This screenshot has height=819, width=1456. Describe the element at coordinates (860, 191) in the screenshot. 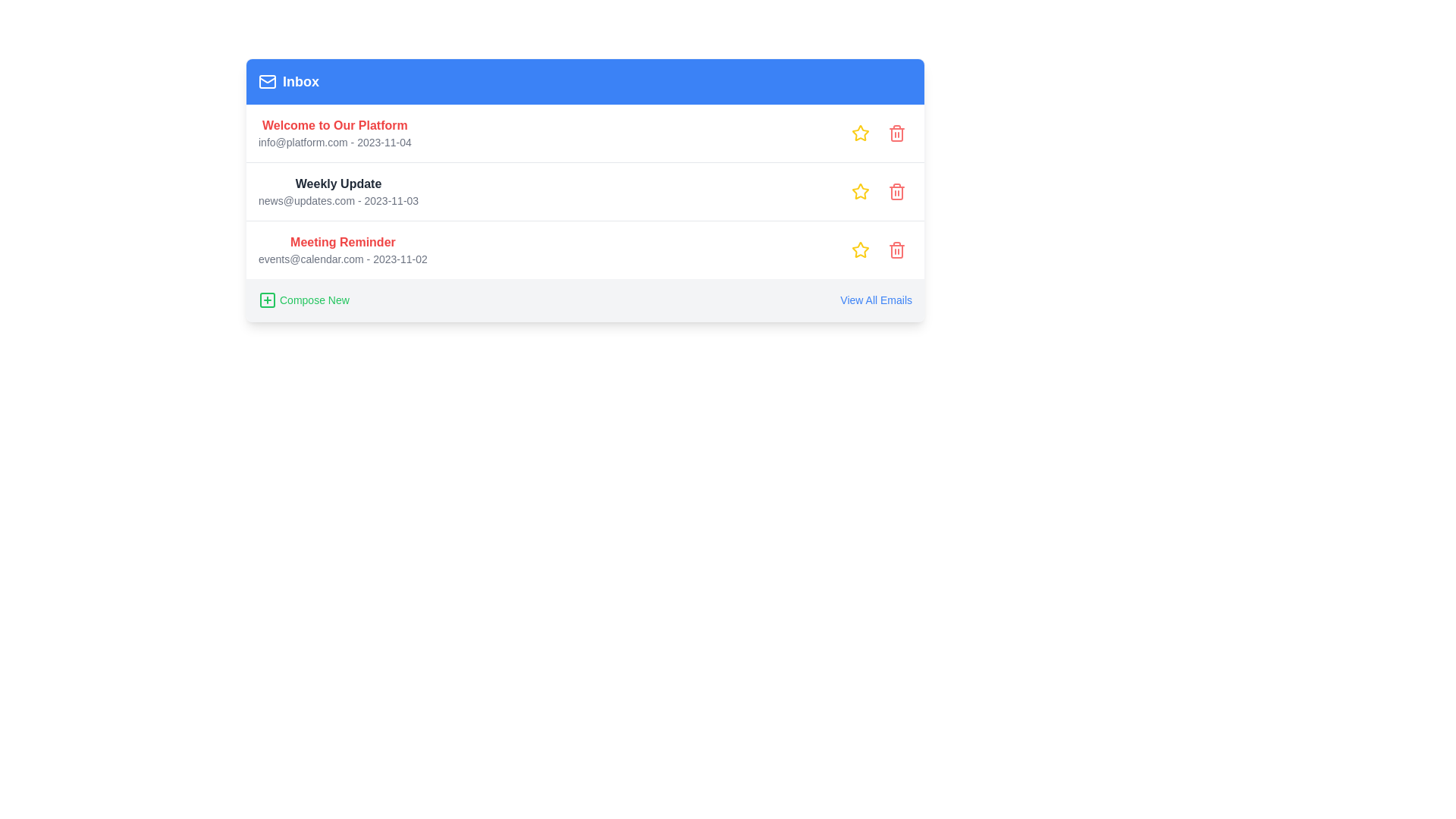

I see `the second yellow star icon button` at that location.